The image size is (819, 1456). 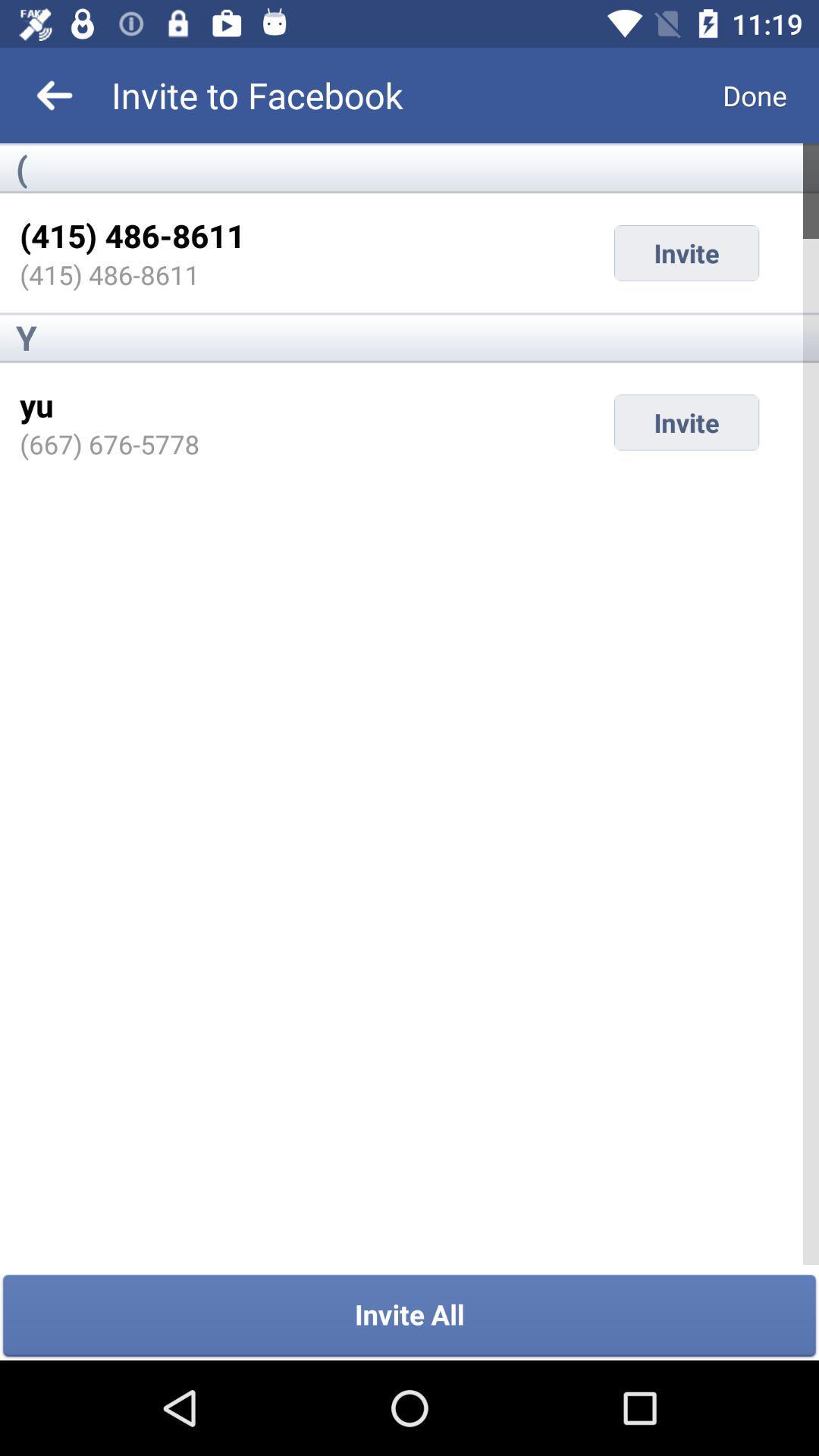 What do you see at coordinates (36, 404) in the screenshot?
I see `icon above the (667) 676-5778 item` at bounding box center [36, 404].